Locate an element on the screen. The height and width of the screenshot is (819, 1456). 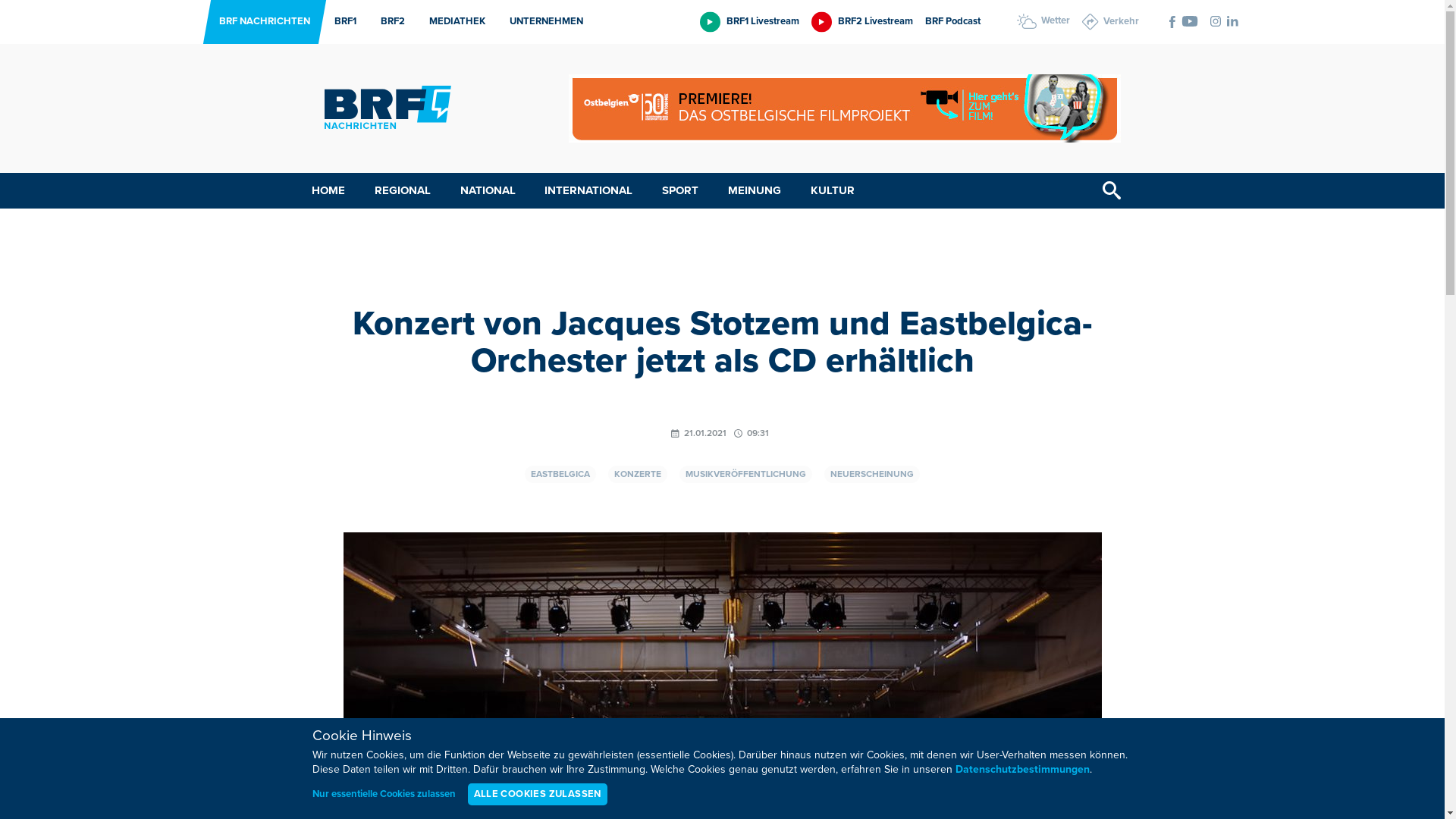
'Nur essentielle Cookies zulassen' is located at coordinates (384, 794).